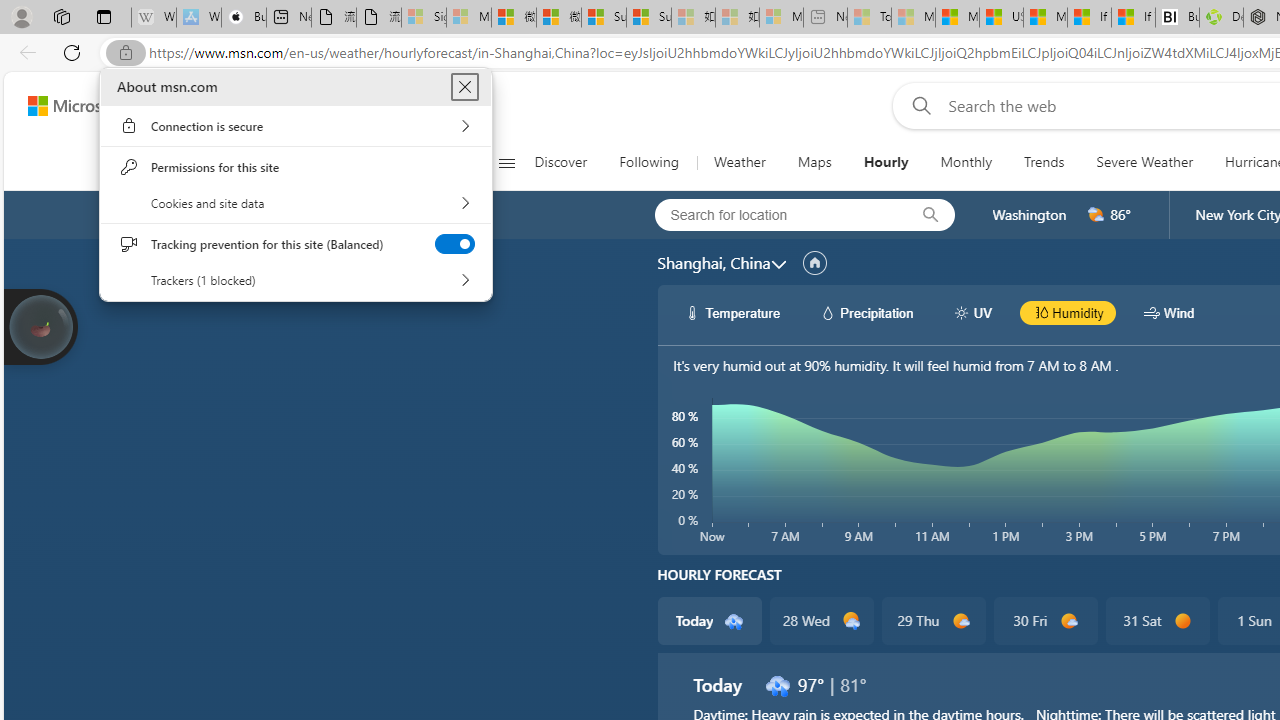 This screenshot has width=1280, height=720. I want to click on '28 Wed d2100', so click(821, 620).